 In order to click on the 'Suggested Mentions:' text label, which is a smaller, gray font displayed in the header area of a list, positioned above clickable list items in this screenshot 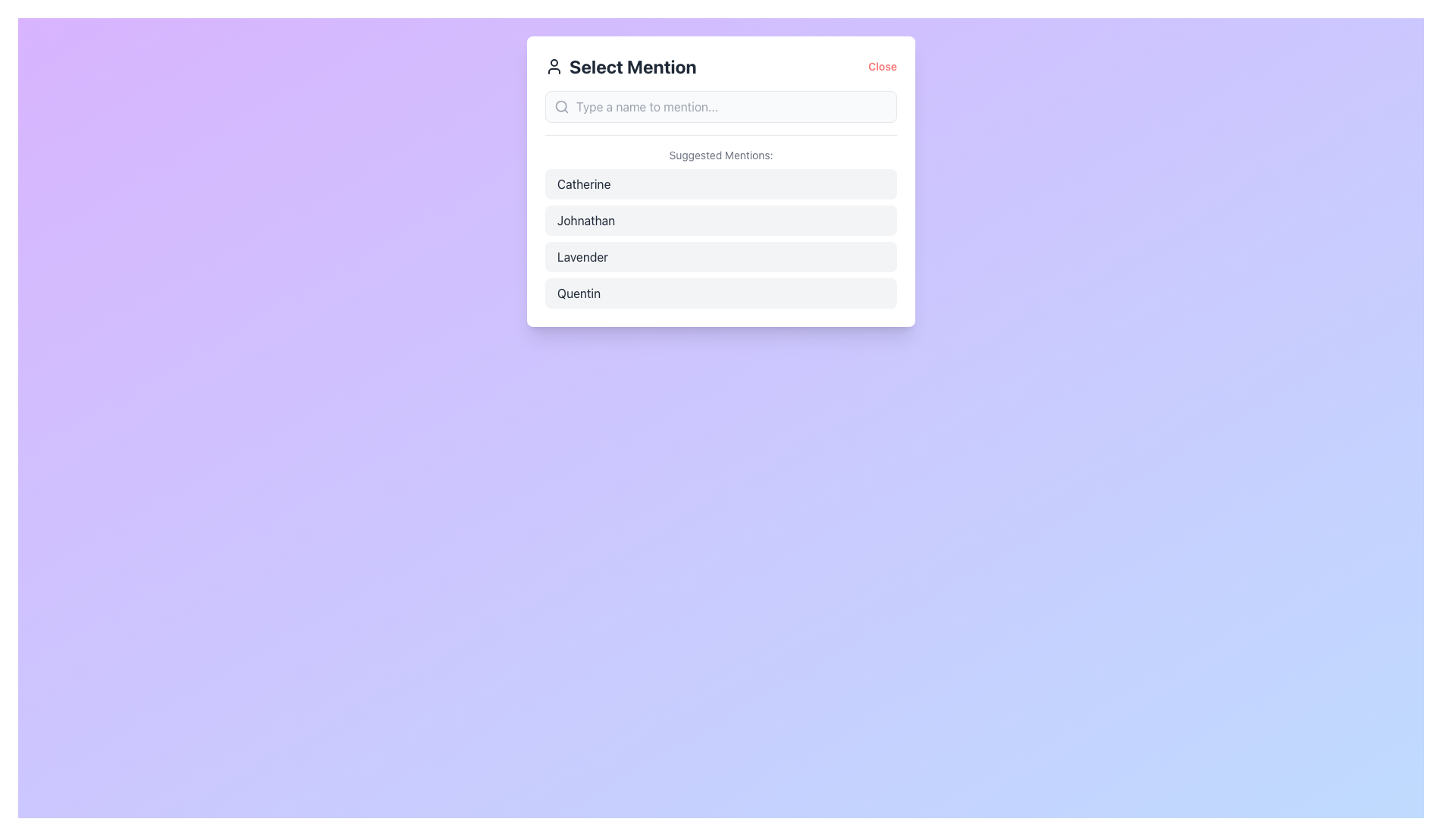, I will do `click(720, 155)`.